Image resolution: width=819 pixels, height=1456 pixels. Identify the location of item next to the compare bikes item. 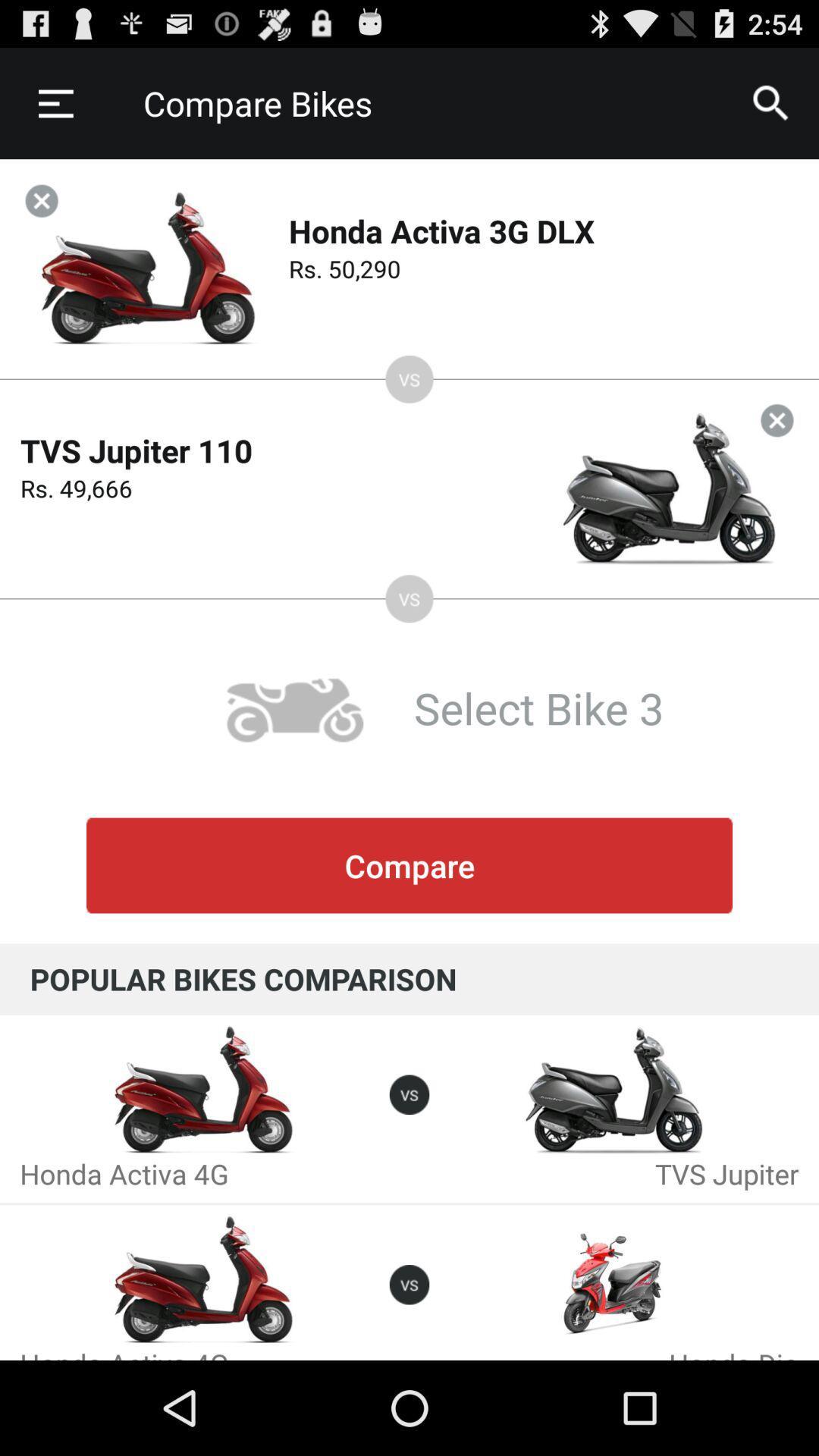
(771, 102).